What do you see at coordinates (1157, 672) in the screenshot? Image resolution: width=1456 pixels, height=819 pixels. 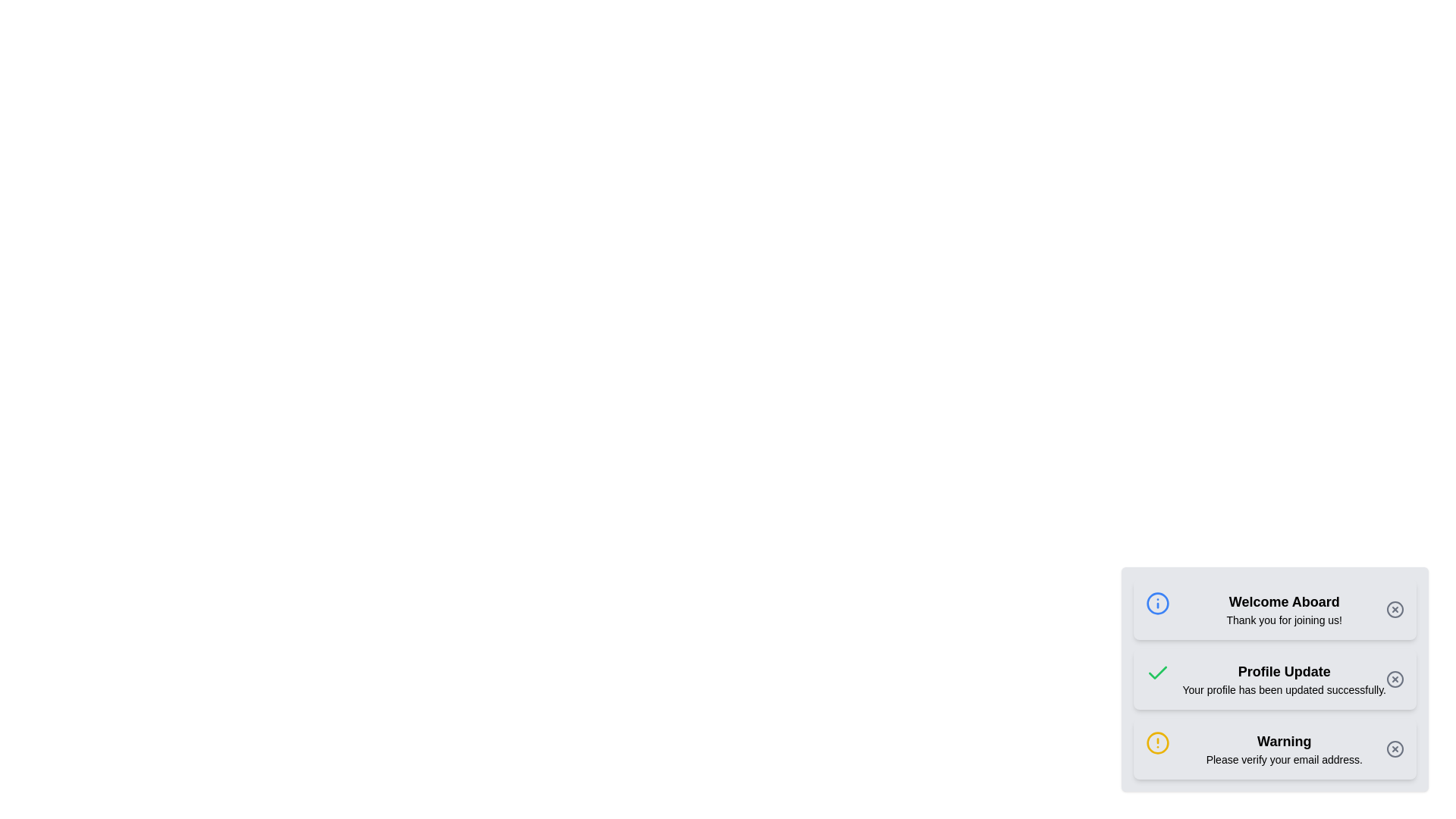 I see `the icon indicating a successful profile update within the middle notification card that displays the message 'Profile Update'` at bounding box center [1157, 672].